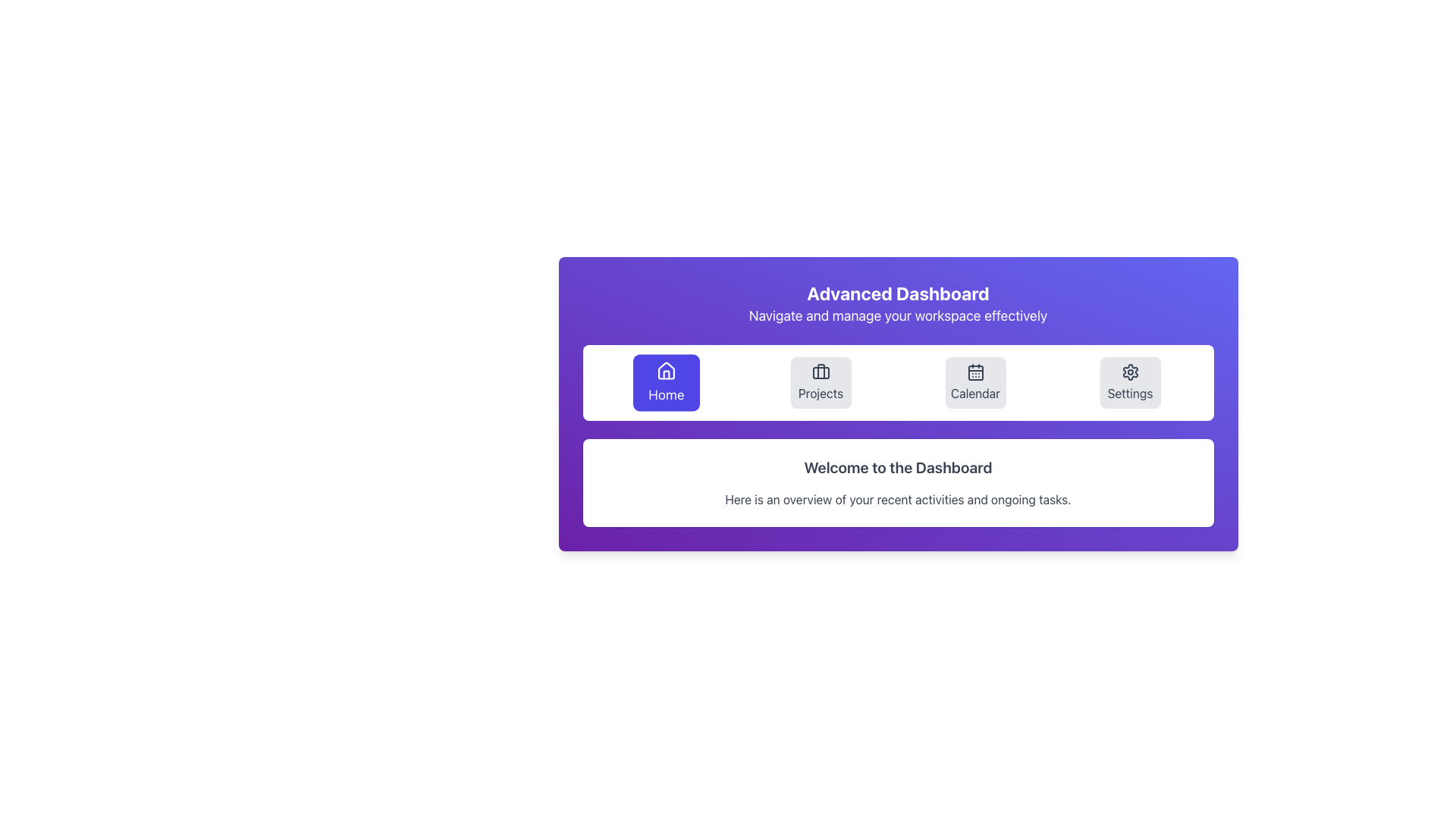 Image resolution: width=1456 pixels, height=819 pixels. Describe the element at coordinates (975, 393) in the screenshot. I see `the descriptive text label for the calendar navigation button, which is centrally located on a gray rounded button among four navigational elements` at that location.